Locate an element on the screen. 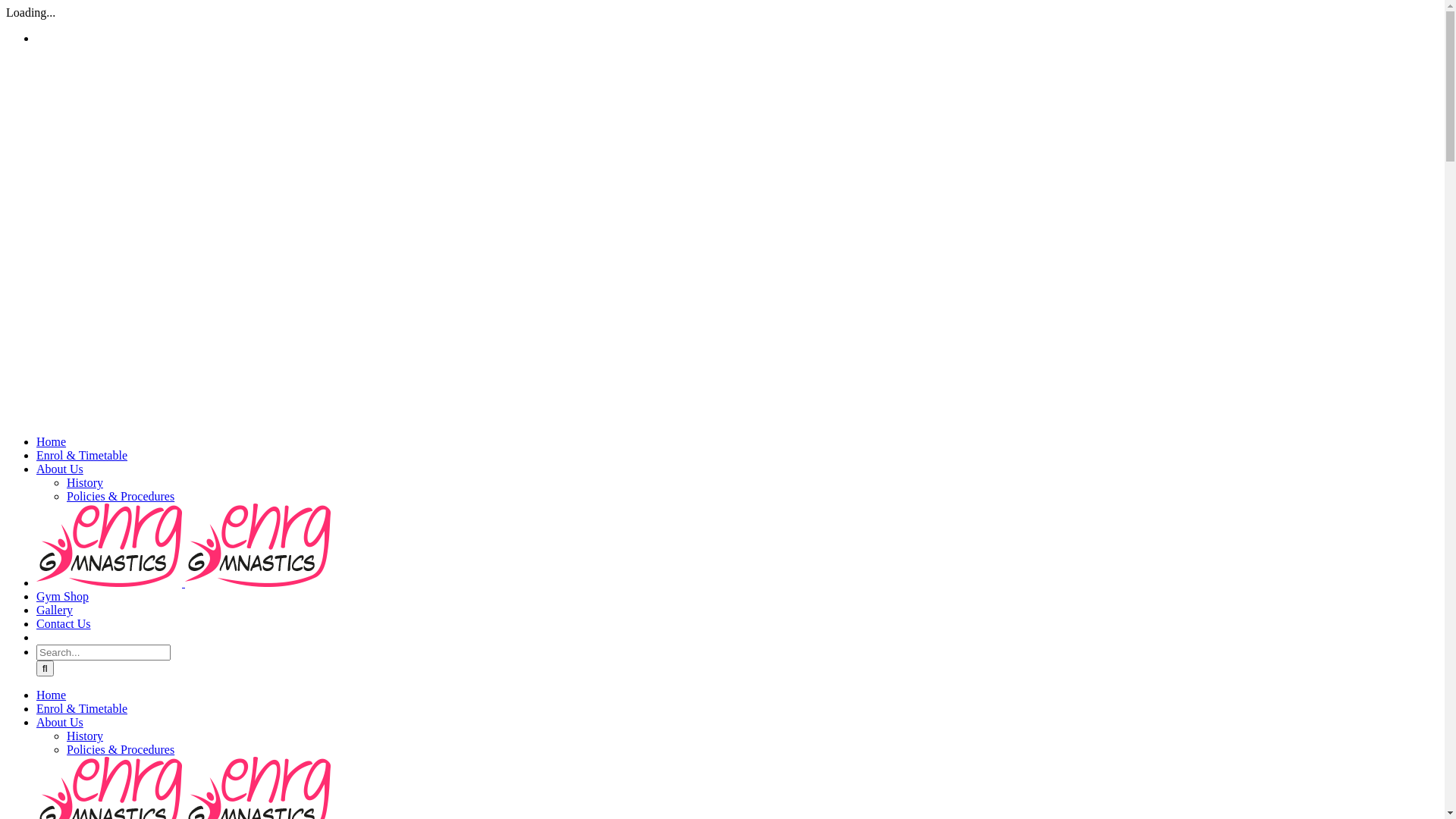  'Skip to content' is located at coordinates (5, 5).